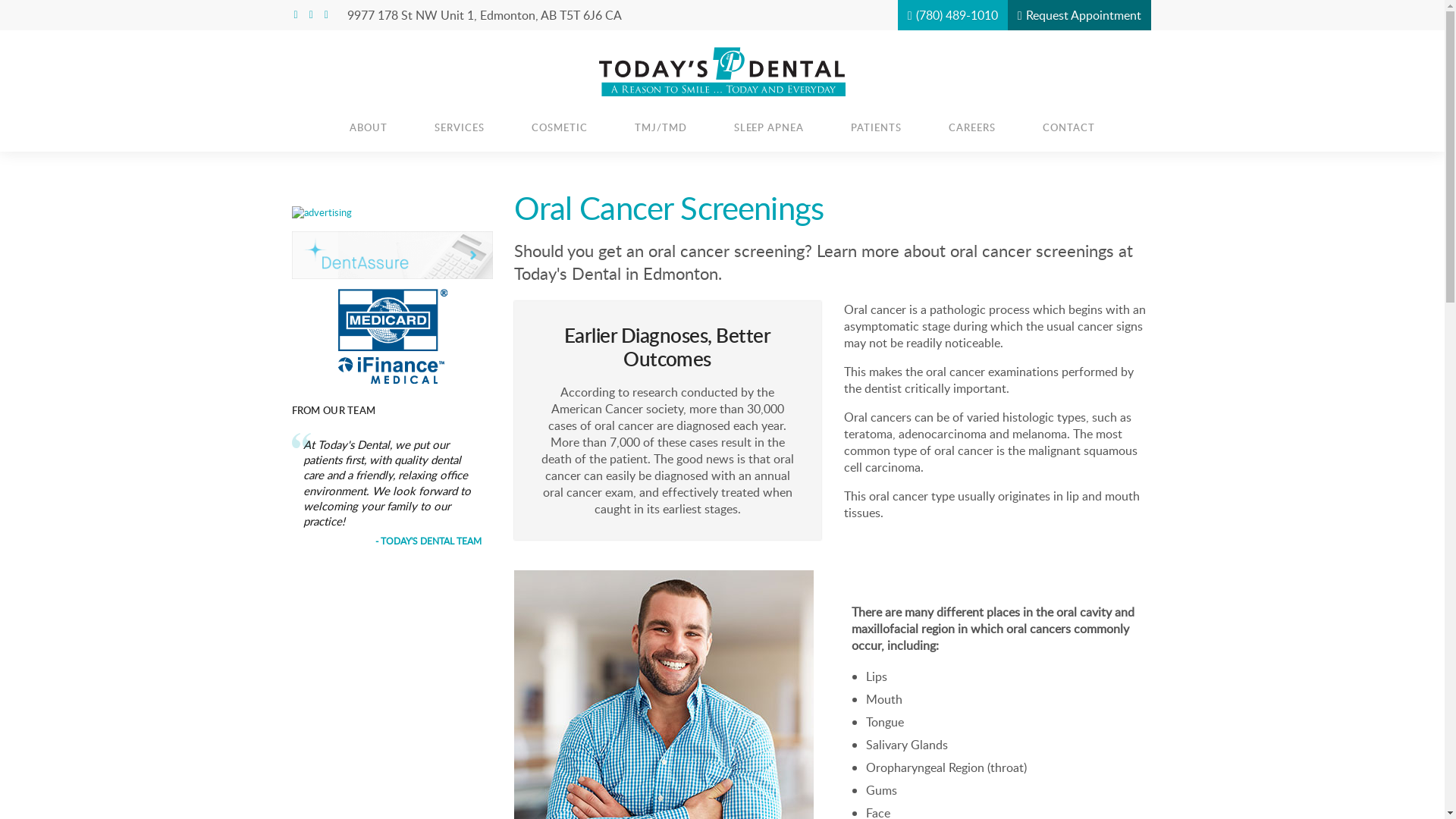  What do you see at coordinates (368, 127) in the screenshot?
I see `'ABOUT'` at bounding box center [368, 127].